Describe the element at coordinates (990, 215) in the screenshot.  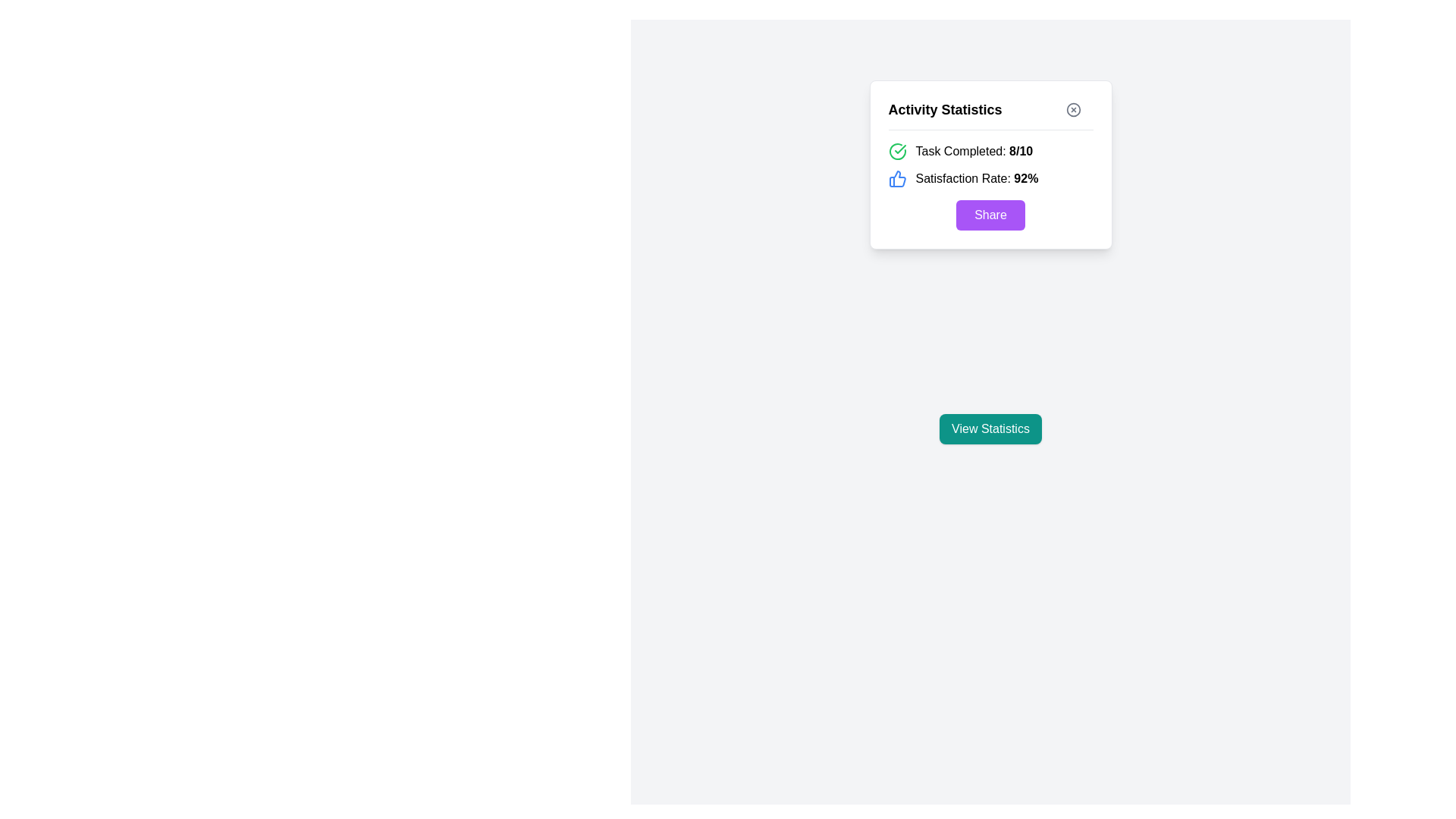
I see `the rectangular purple button labeled 'Share' located below the text 'Satisfaction Rate: 92%' in the 'Activity Statistics' card` at that location.